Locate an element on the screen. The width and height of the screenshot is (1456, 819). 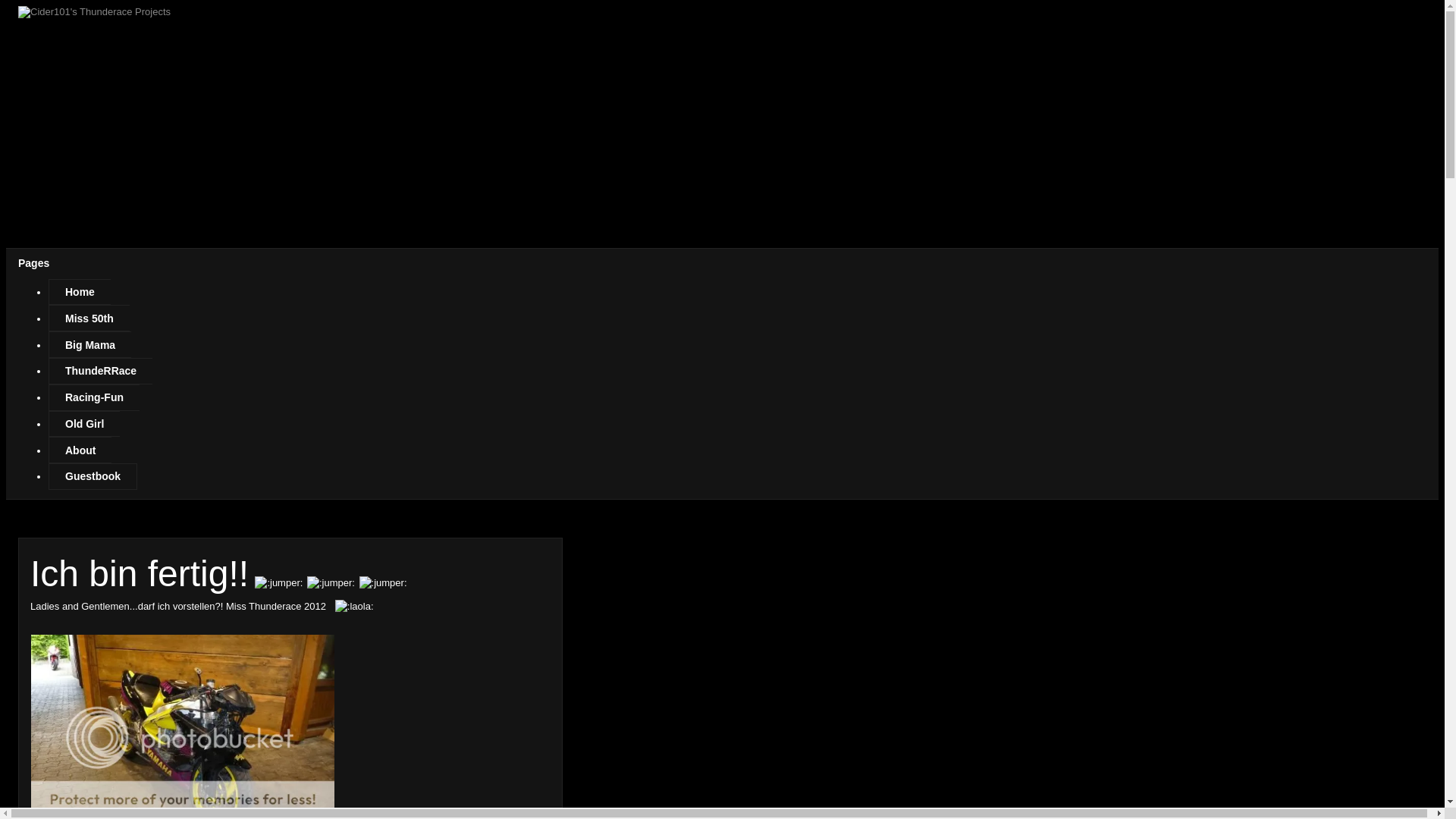
'Big Mama' is located at coordinates (89, 344).